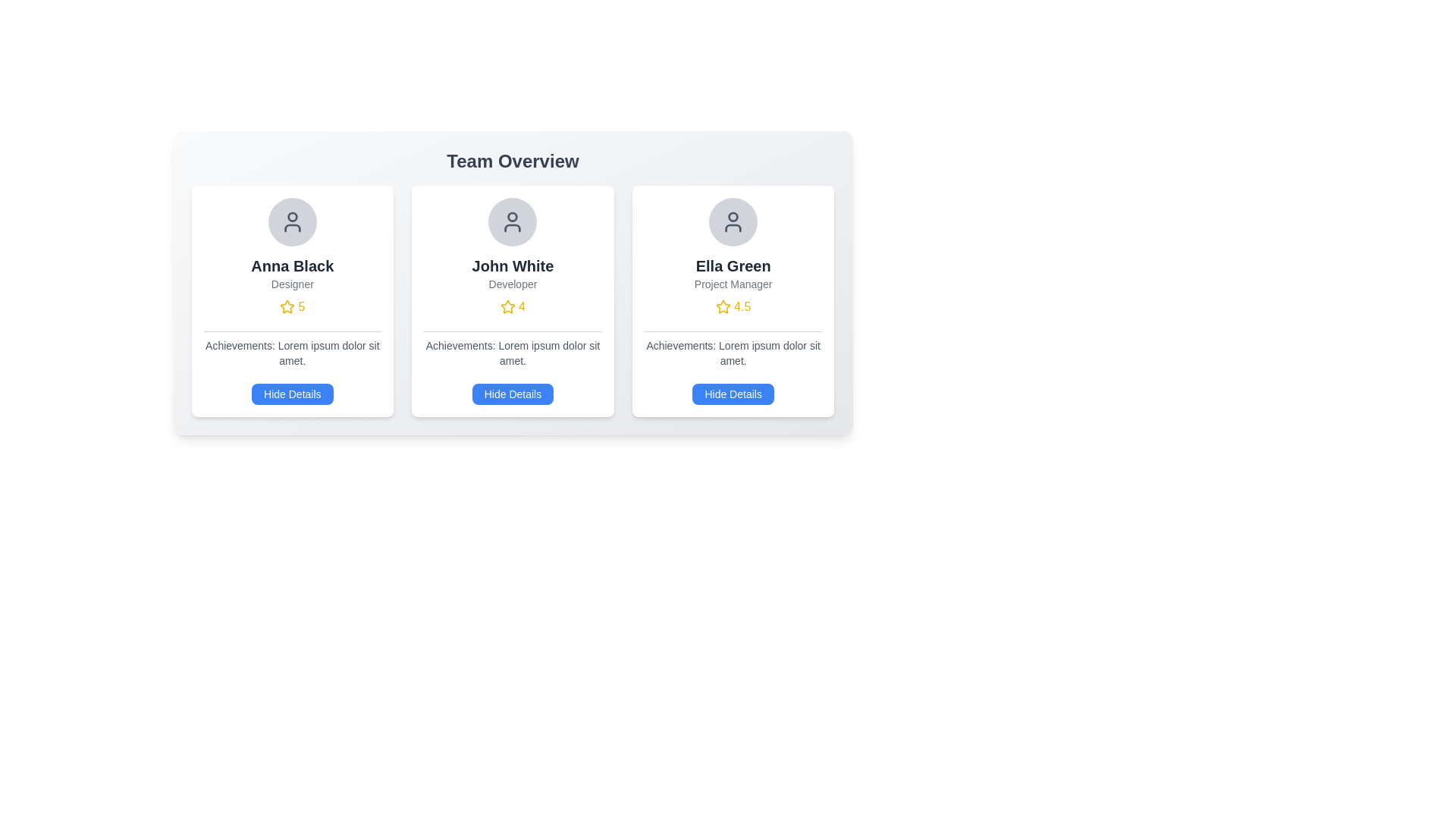 The height and width of the screenshot is (819, 1456). What do you see at coordinates (513, 265) in the screenshot?
I see `the text label displaying the name 'John White', which identifies the user on the profile card in the team overview section` at bounding box center [513, 265].